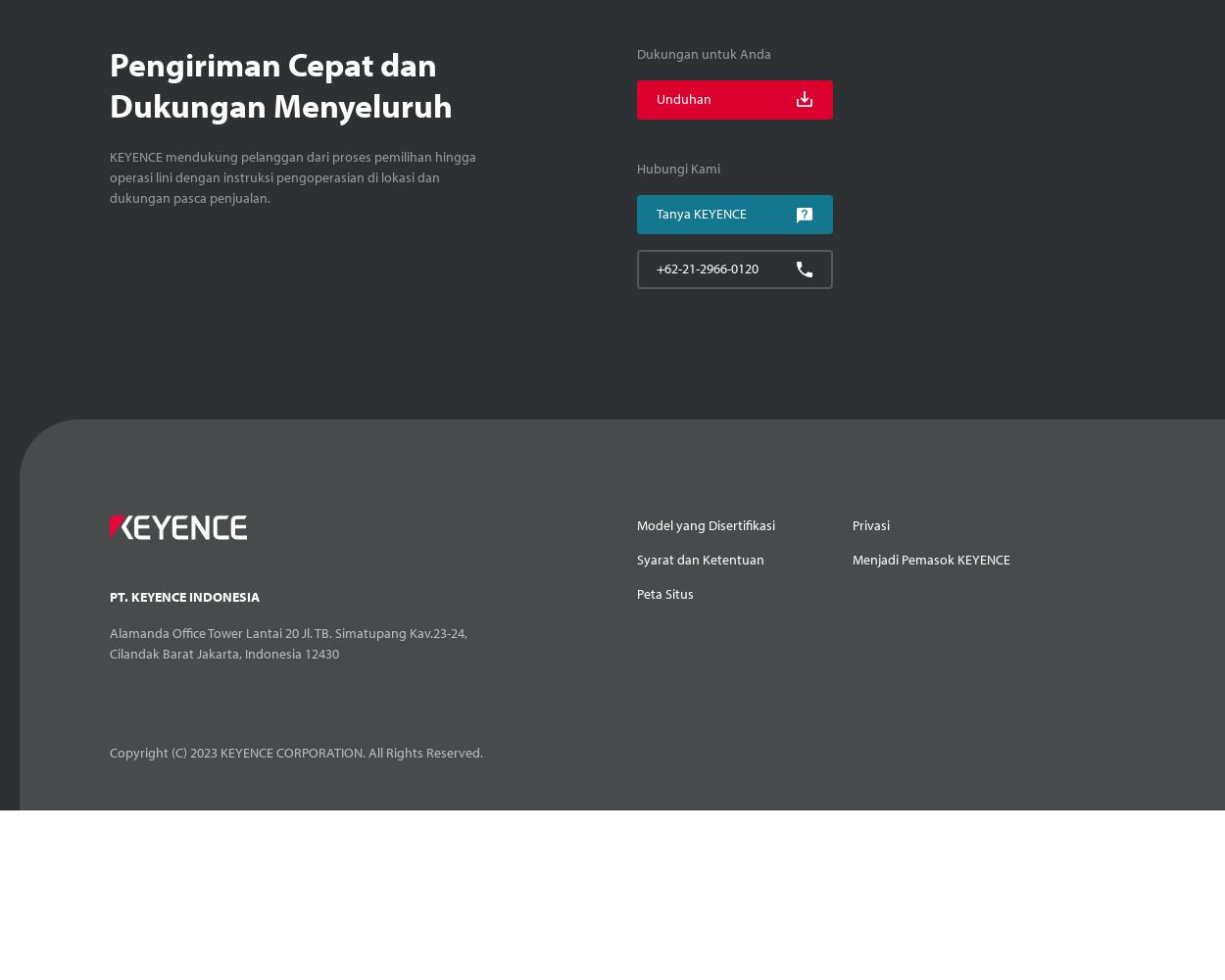  Describe the element at coordinates (870, 525) in the screenshot. I see `'Privasi'` at that location.